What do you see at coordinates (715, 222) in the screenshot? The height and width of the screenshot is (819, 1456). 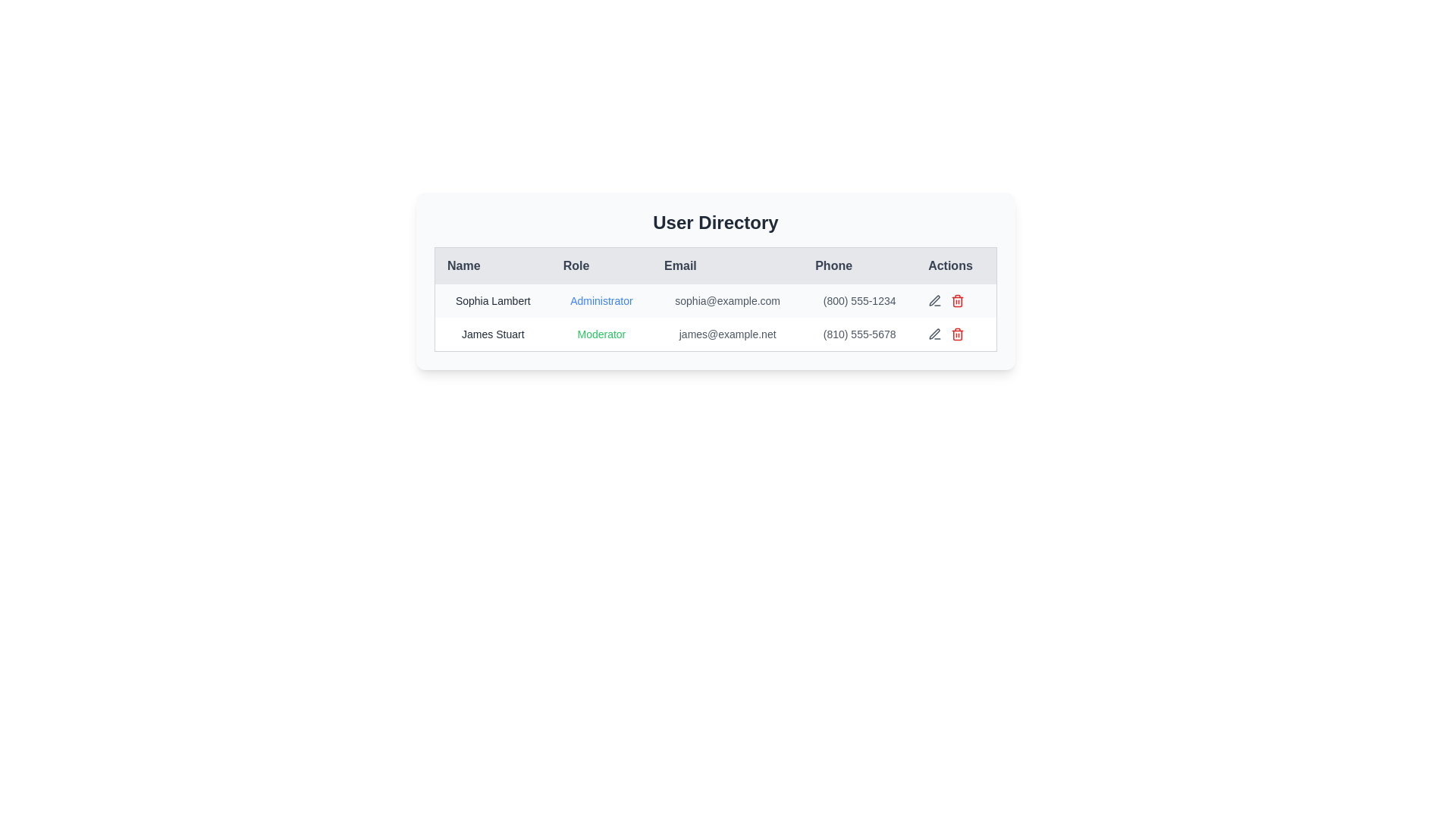 I see `the 'User Directory' static text heading element, which is displayed in a bold, large font style and dark gray color at the top center of the user data card` at bounding box center [715, 222].